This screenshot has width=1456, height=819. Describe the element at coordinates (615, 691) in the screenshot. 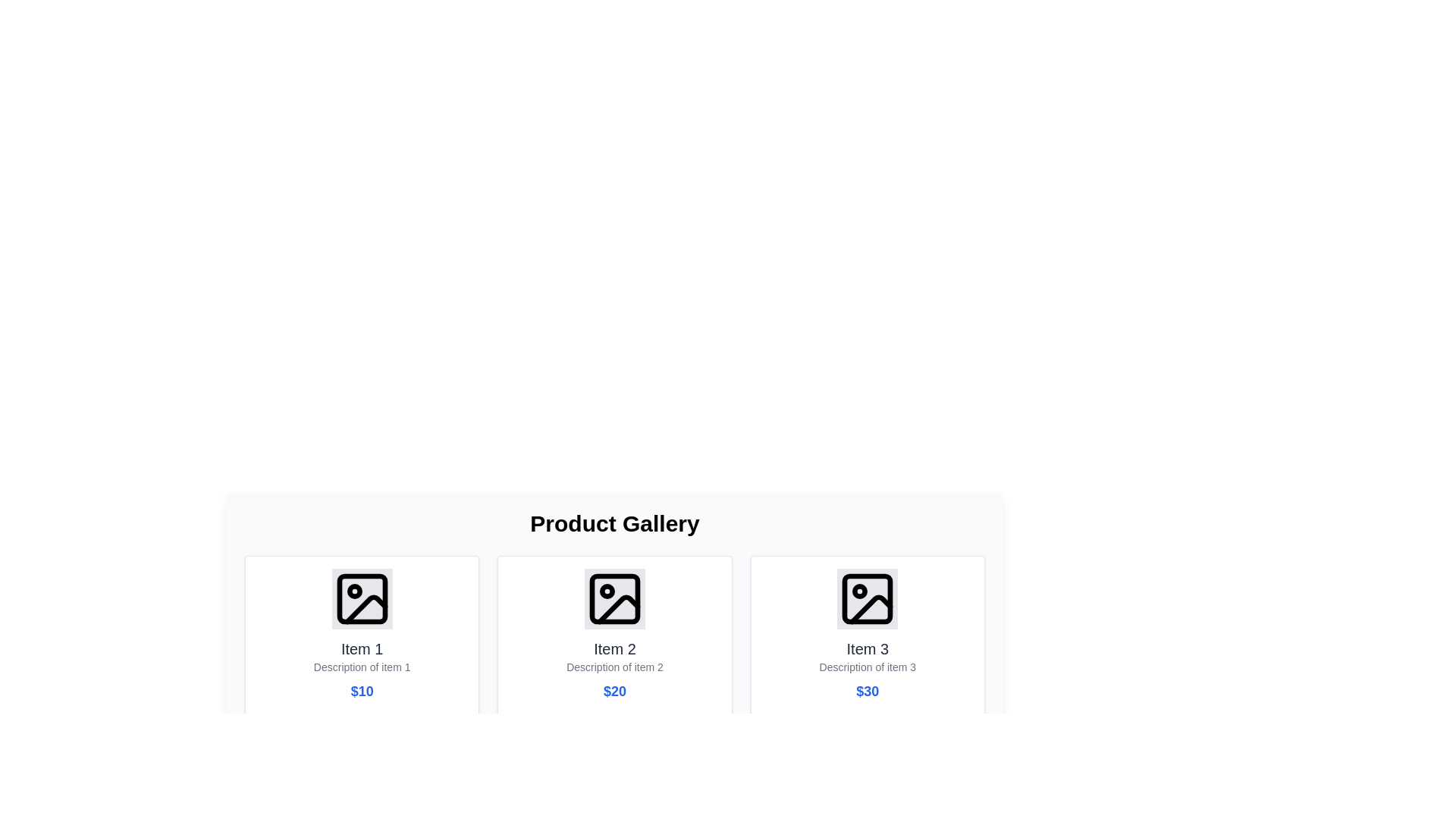

I see `the text display showing the price '$20', which is styled in bold with a larger font size and colored blue, located below 'Description of item 2'` at that location.